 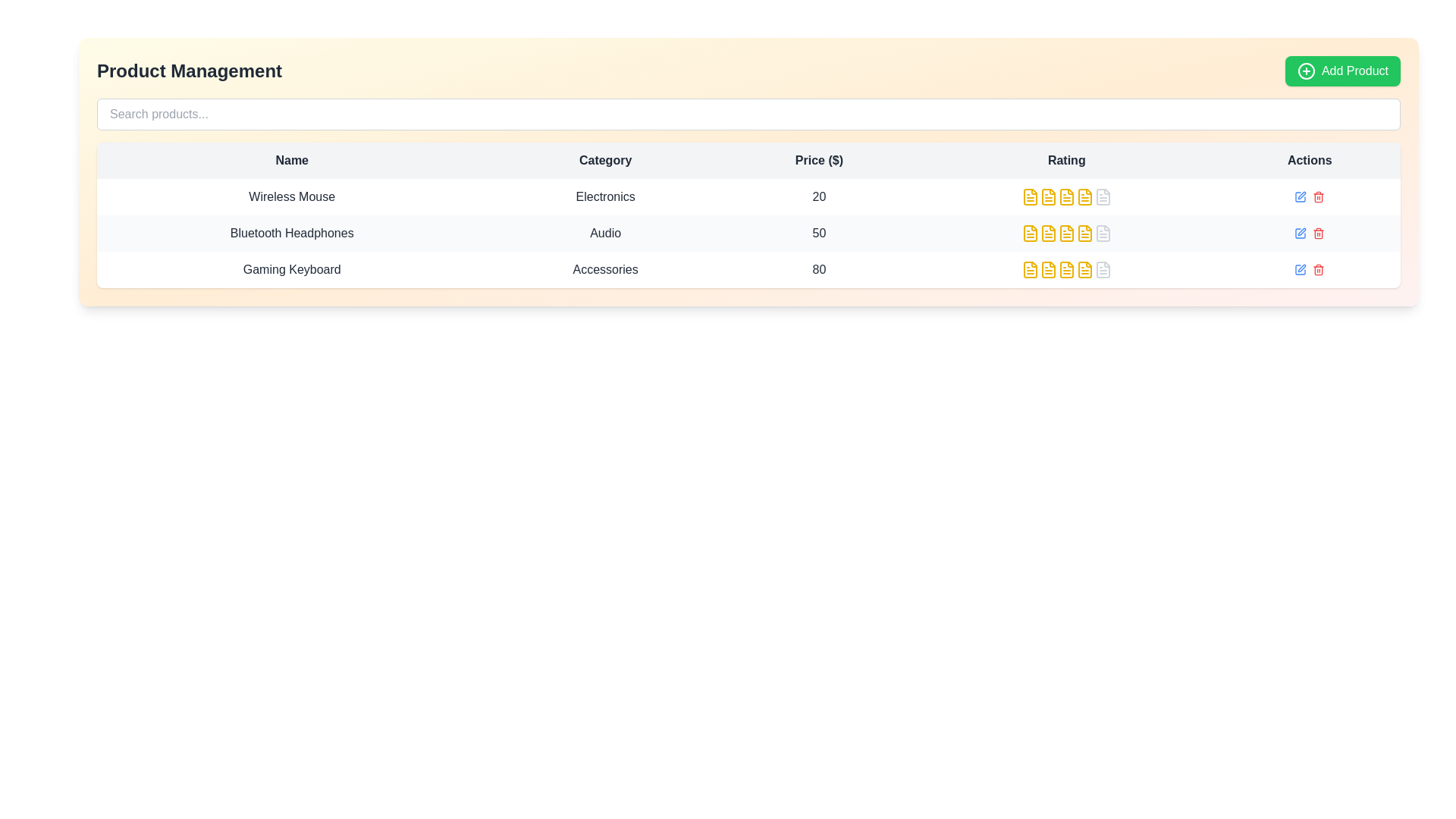 I want to click on the state of the fourth star icon in the 'Rating' column for the 'Gaming Keyboard' product in the 'Product Management' table, so click(x=1065, y=268).